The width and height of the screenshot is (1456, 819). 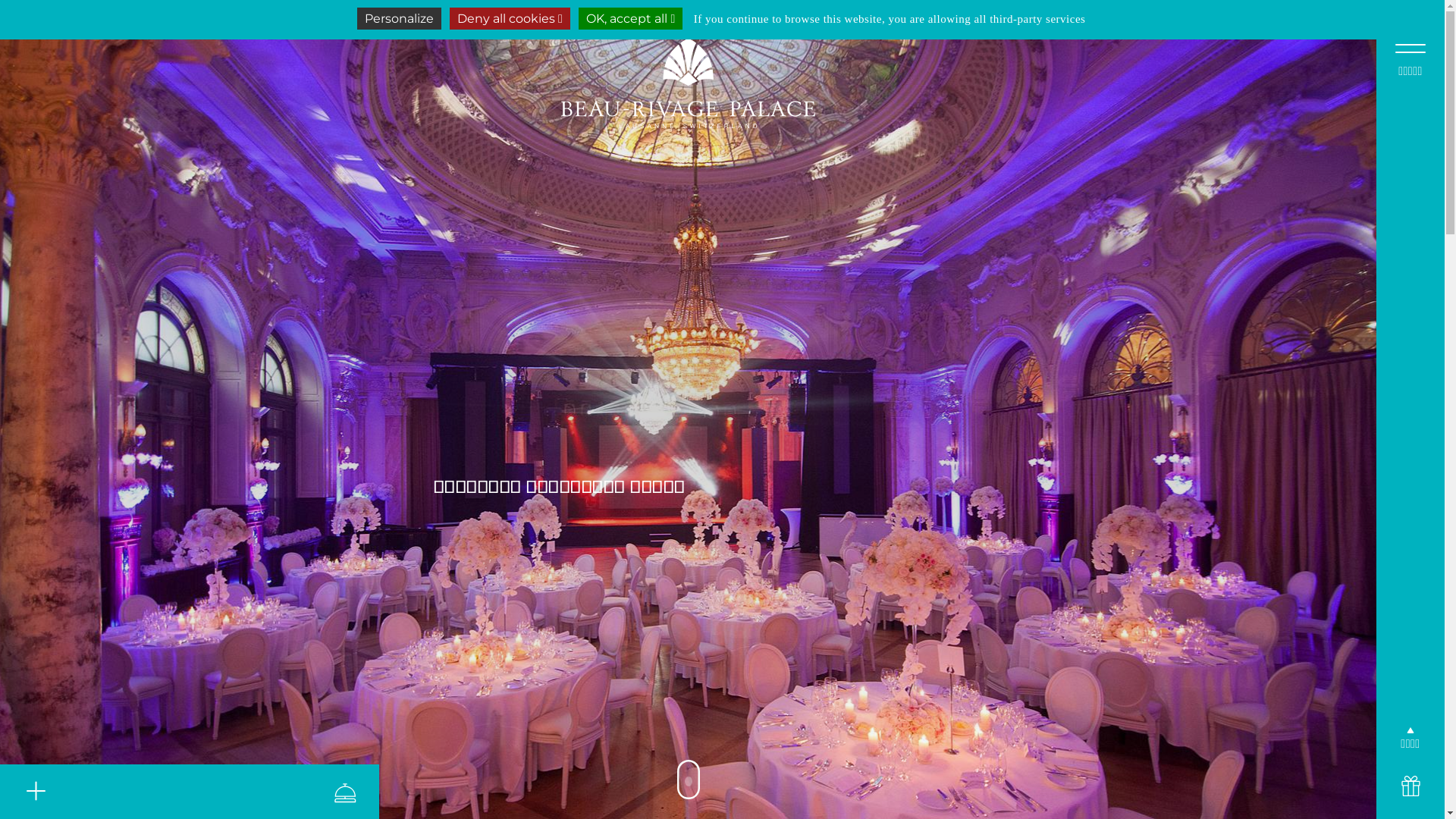 I want to click on 'Deny all cookies', so click(x=510, y=18).